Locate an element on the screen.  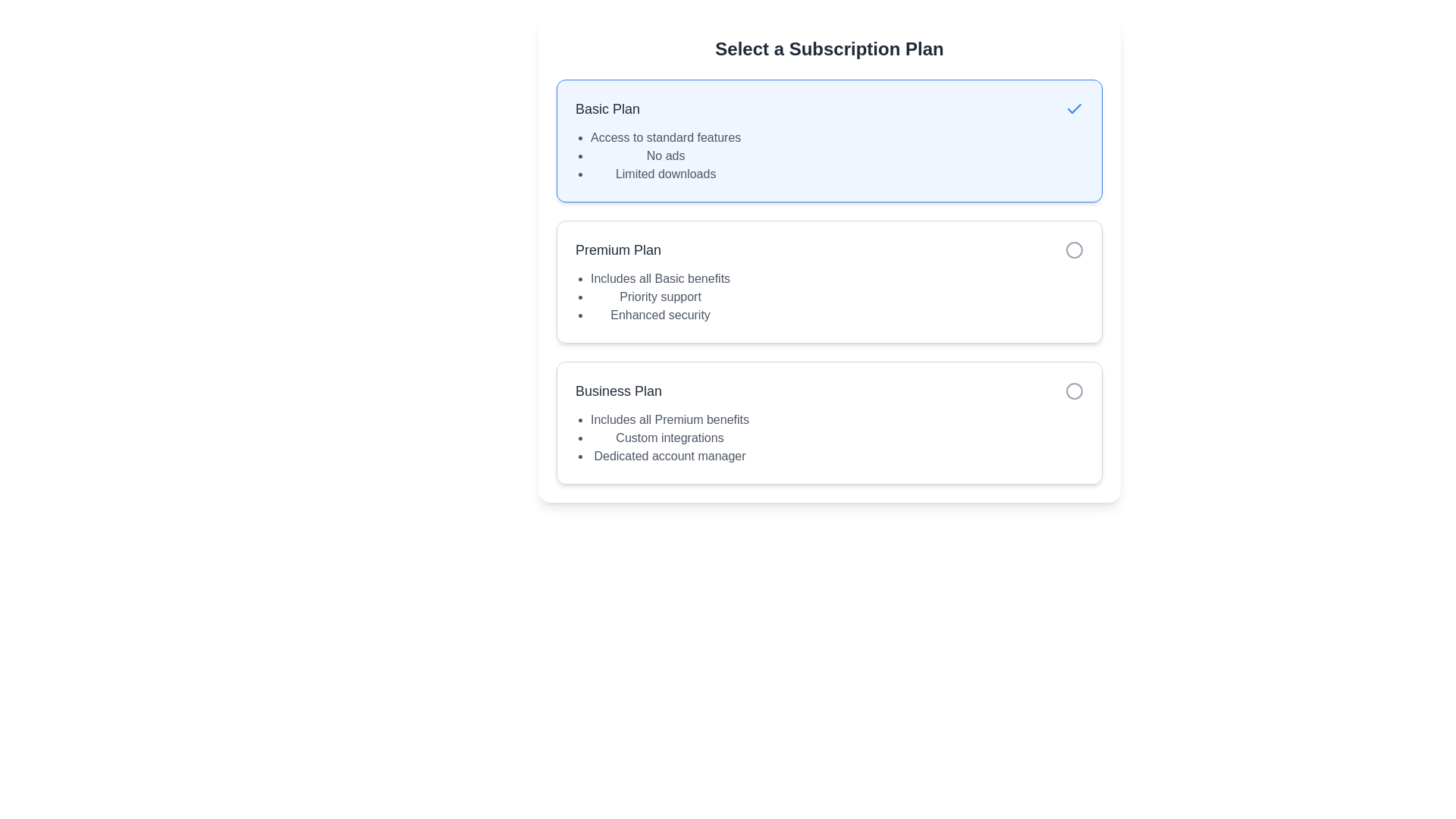
the descriptive static text label that indicates an additional benefit of the Premium Plan, located between the 'Priority support' text and the boundary separating the 'Premium Plan' and 'Business Plan' sections is located at coordinates (661, 315).